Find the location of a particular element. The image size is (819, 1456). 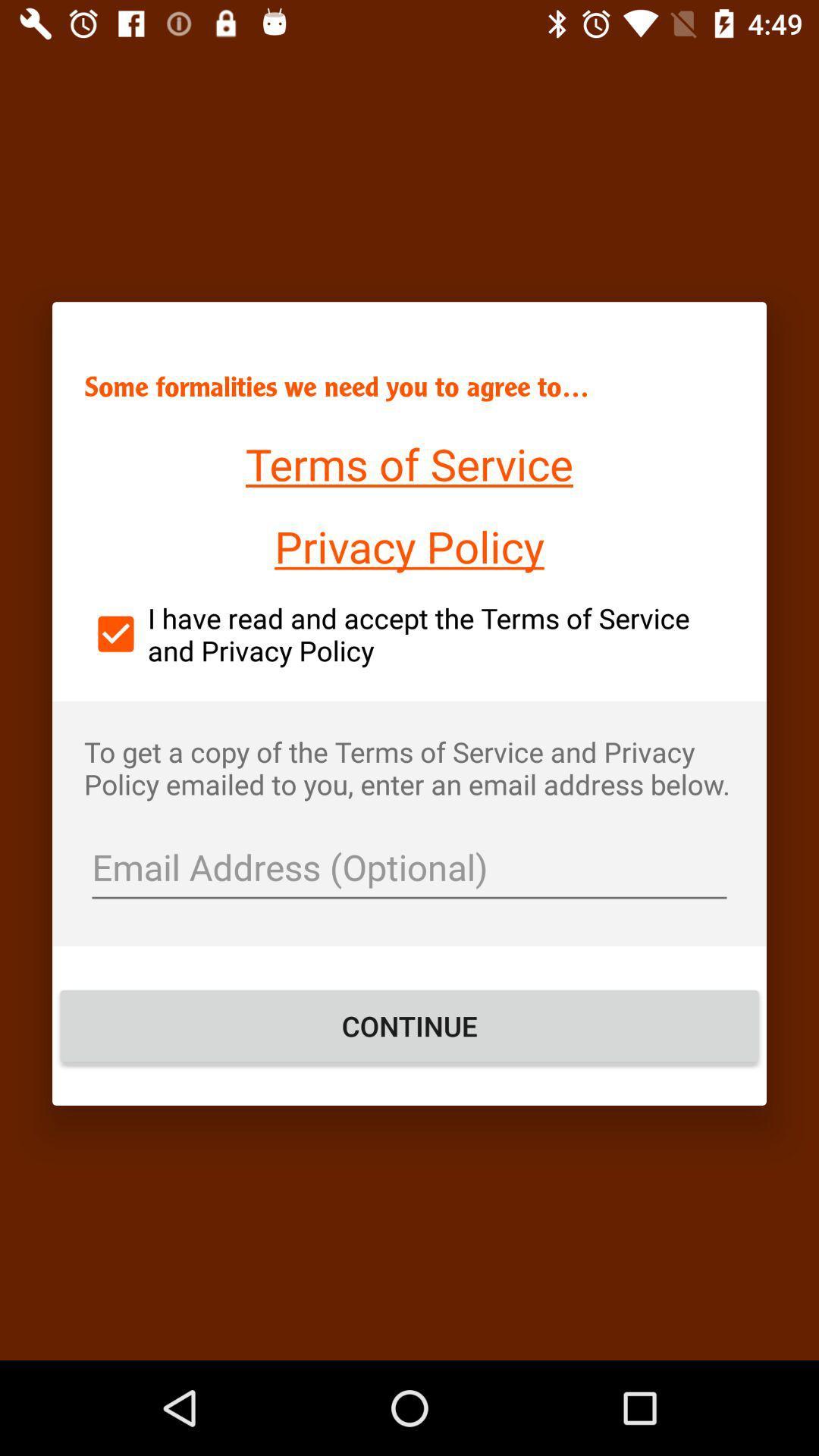

the item below to get a item is located at coordinates (409, 869).